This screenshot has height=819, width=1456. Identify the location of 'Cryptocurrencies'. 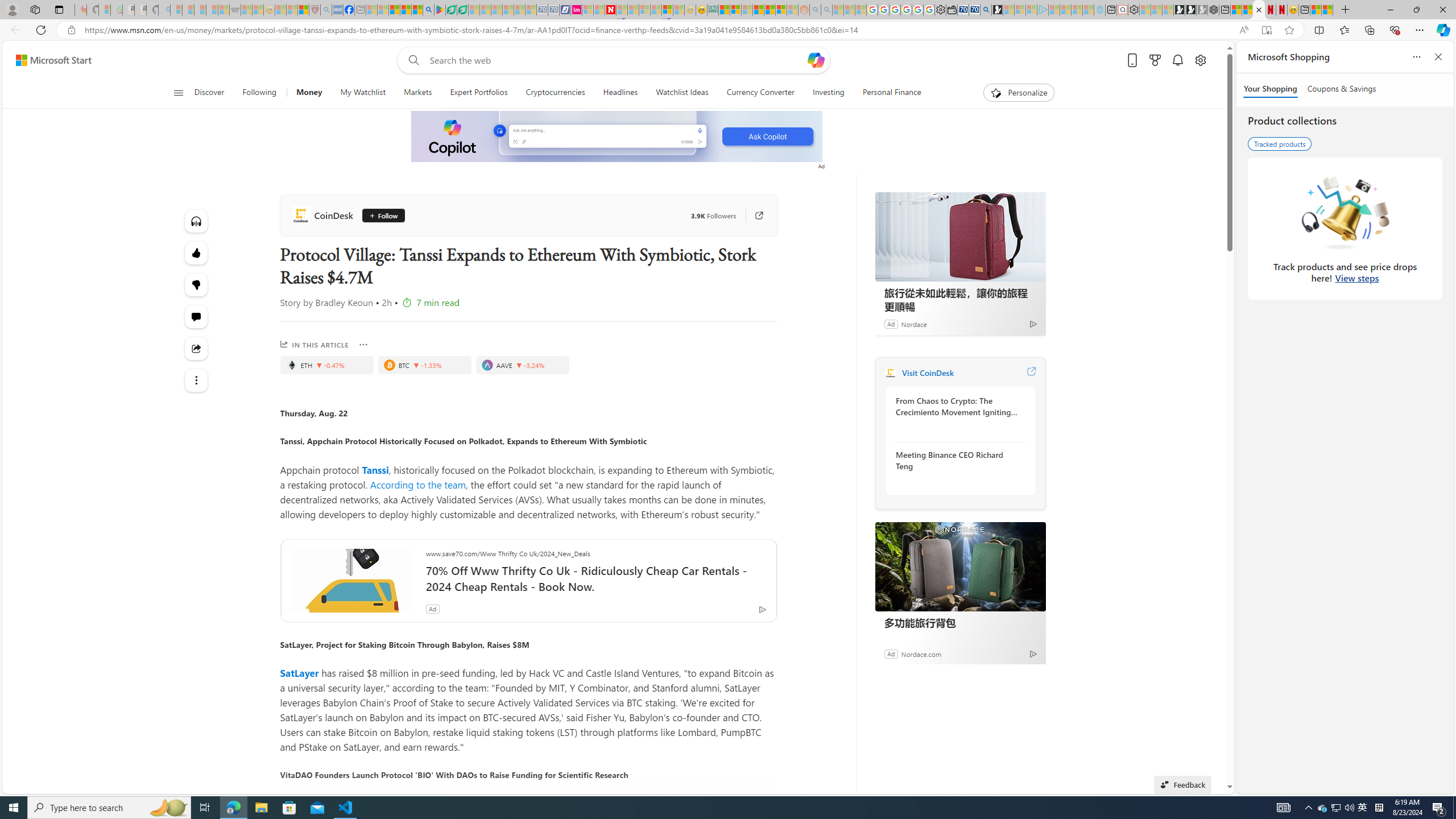
(555, 92).